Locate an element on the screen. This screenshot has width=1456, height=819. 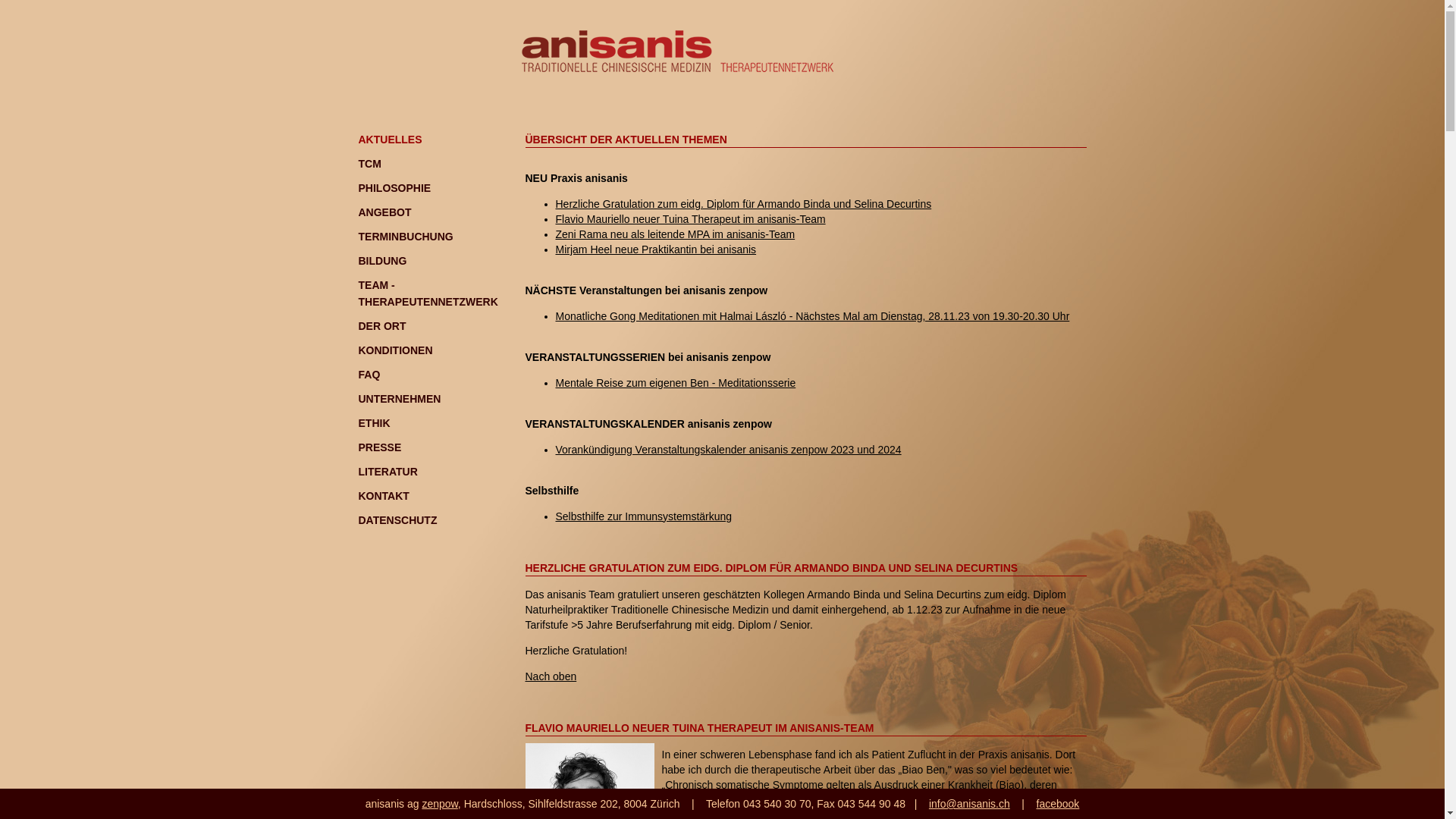
'zenpow' is located at coordinates (422, 803).